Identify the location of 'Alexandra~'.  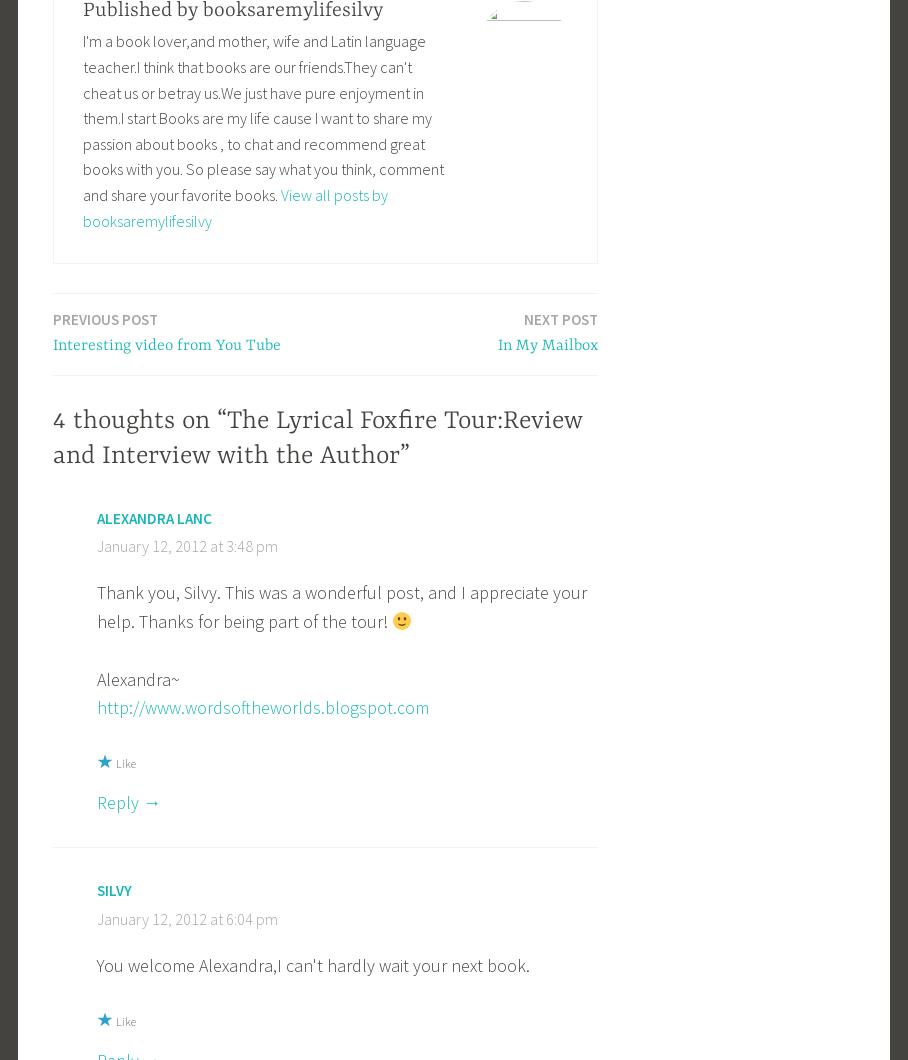
(95, 677).